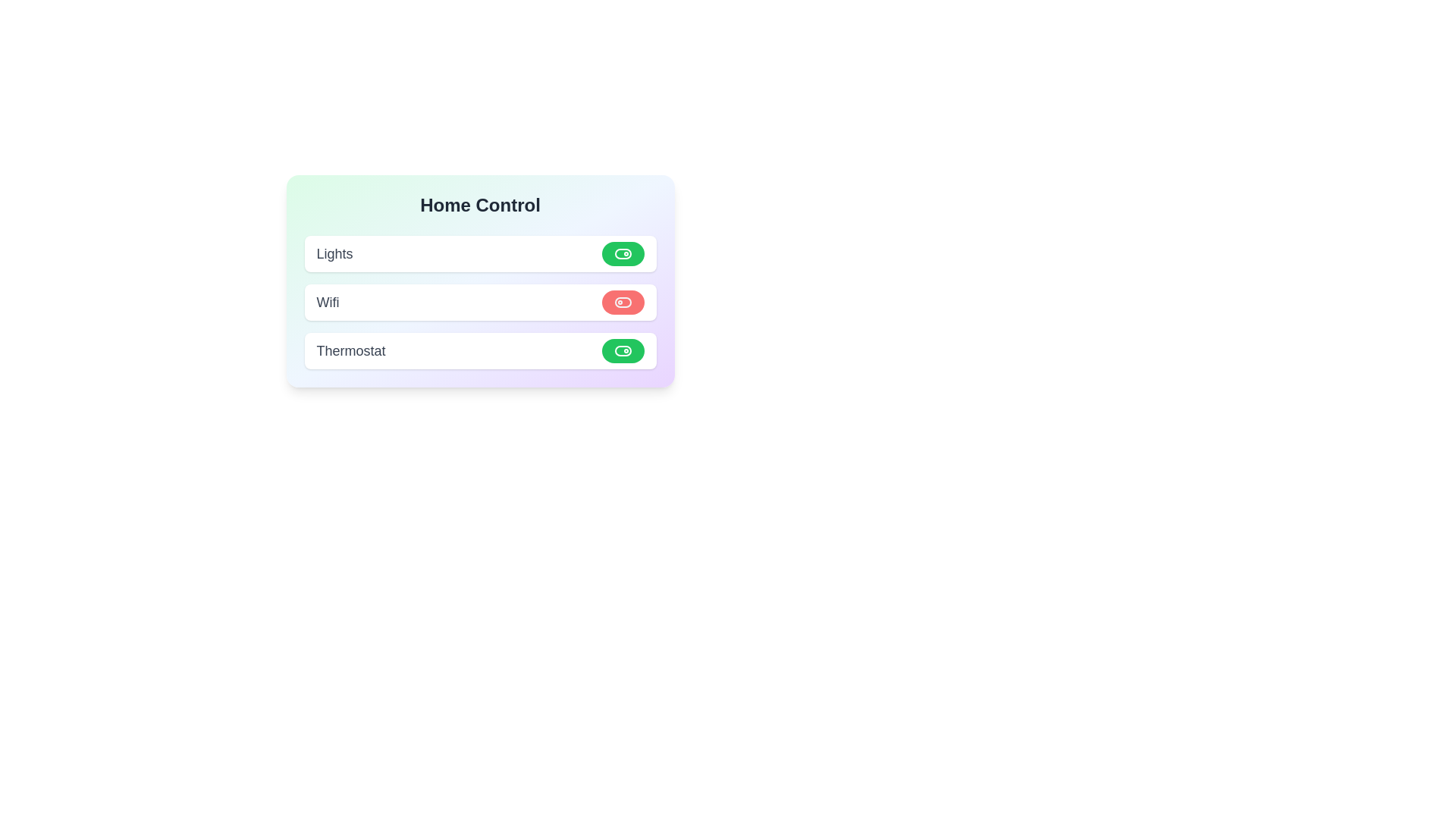 This screenshot has height=819, width=1456. I want to click on the thermostat control element, which is the third item in the vertical list below the 'WiFi' element, so click(479, 350).